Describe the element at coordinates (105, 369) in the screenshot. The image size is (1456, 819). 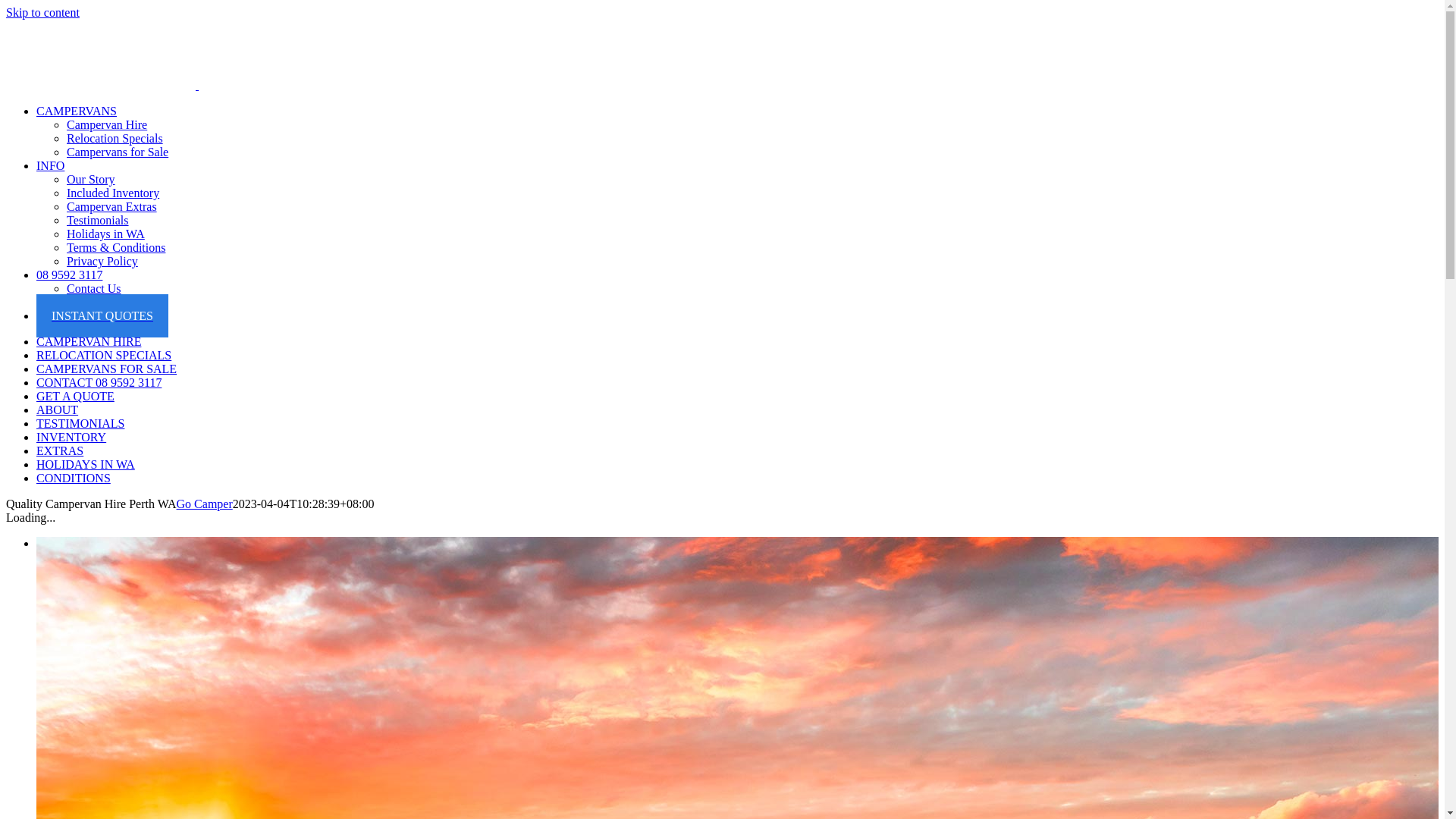
I see `'CAMPERVANS FOR SALE'` at that location.